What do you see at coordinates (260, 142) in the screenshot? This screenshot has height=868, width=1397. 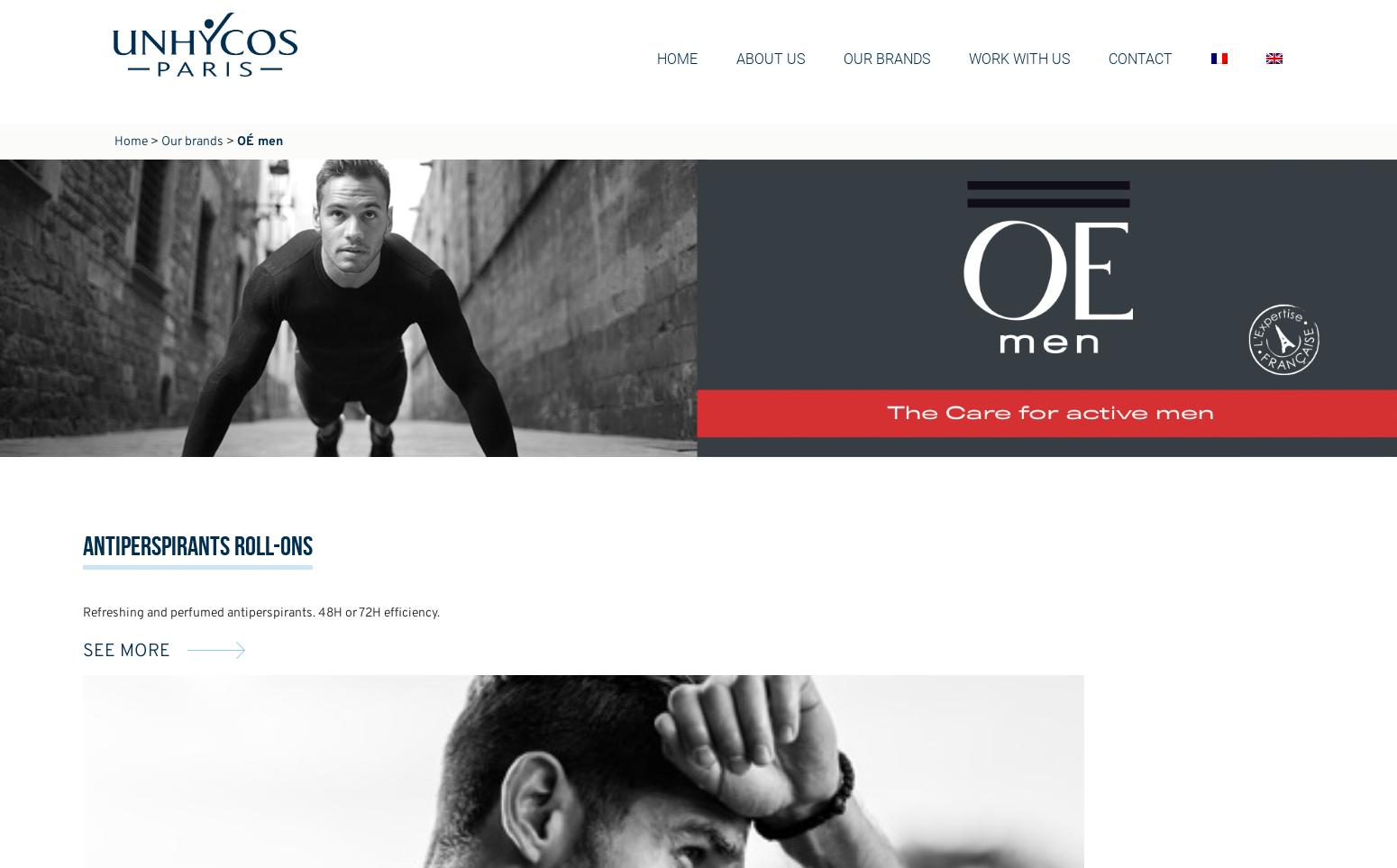 I see `'OÉ men'` at bounding box center [260, 142].